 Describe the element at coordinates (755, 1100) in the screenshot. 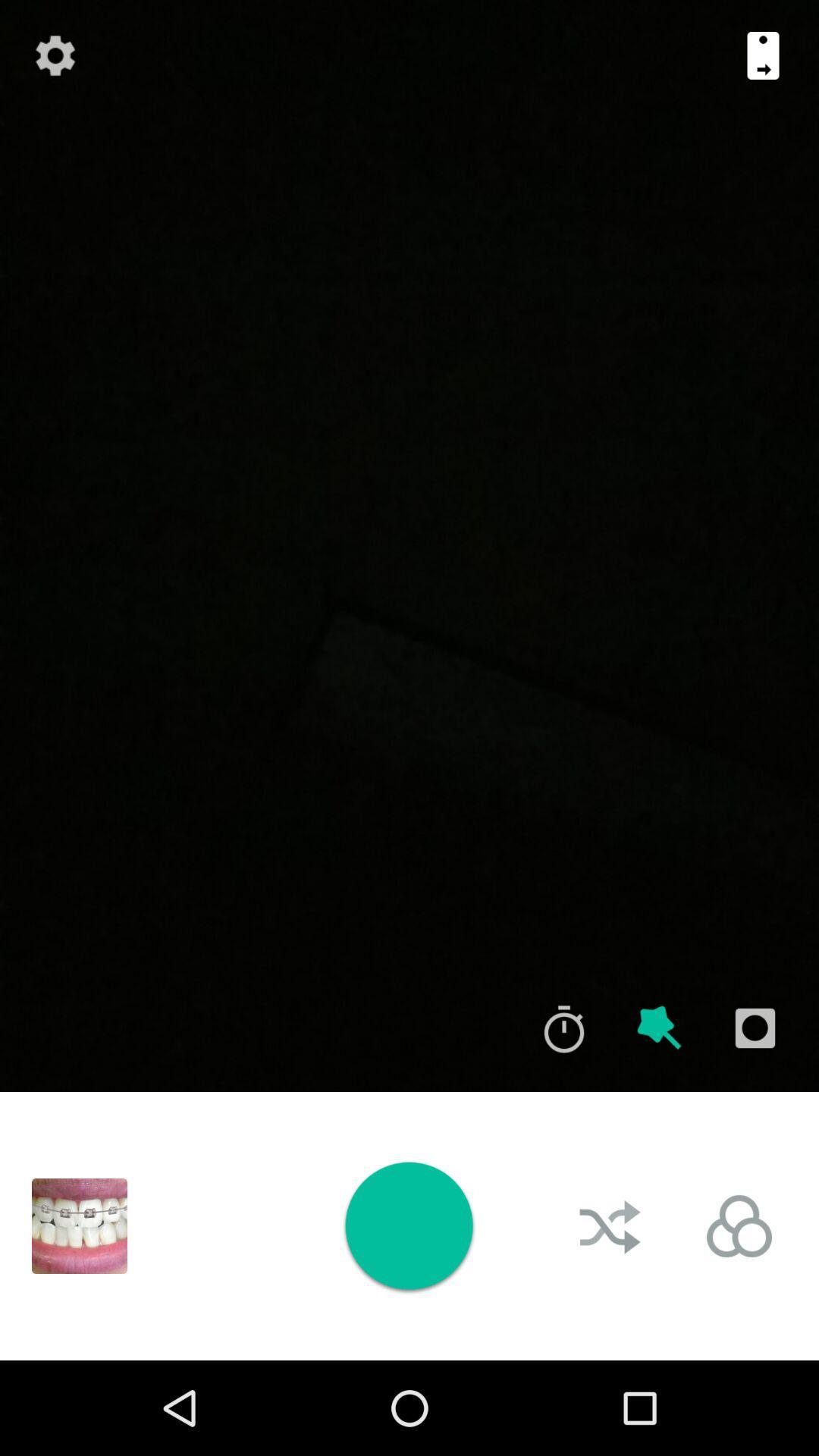

I see `the photo icon` at that location.